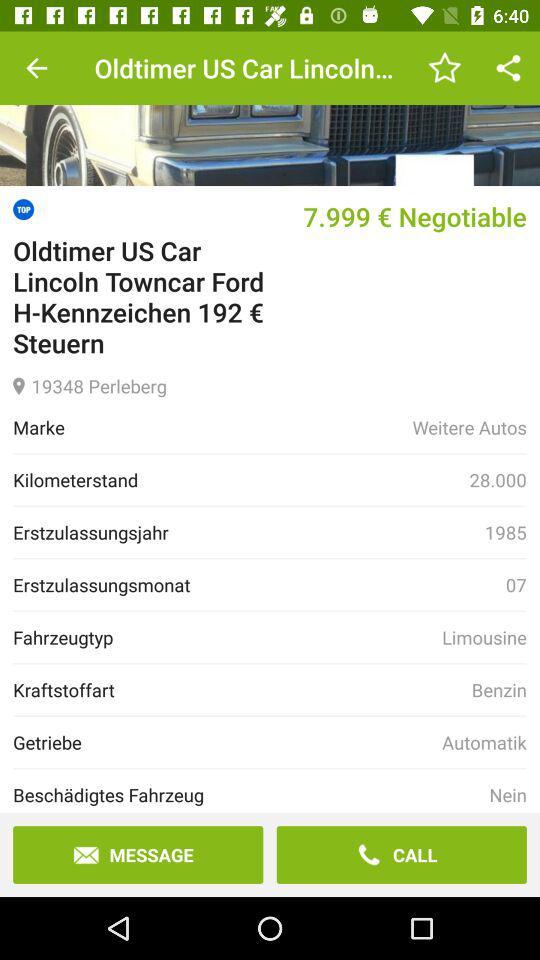  What do you see at coordinates (483, 741) in the screenshot?
I see `icon next to getriebe item` at bounding box center [483, 741].